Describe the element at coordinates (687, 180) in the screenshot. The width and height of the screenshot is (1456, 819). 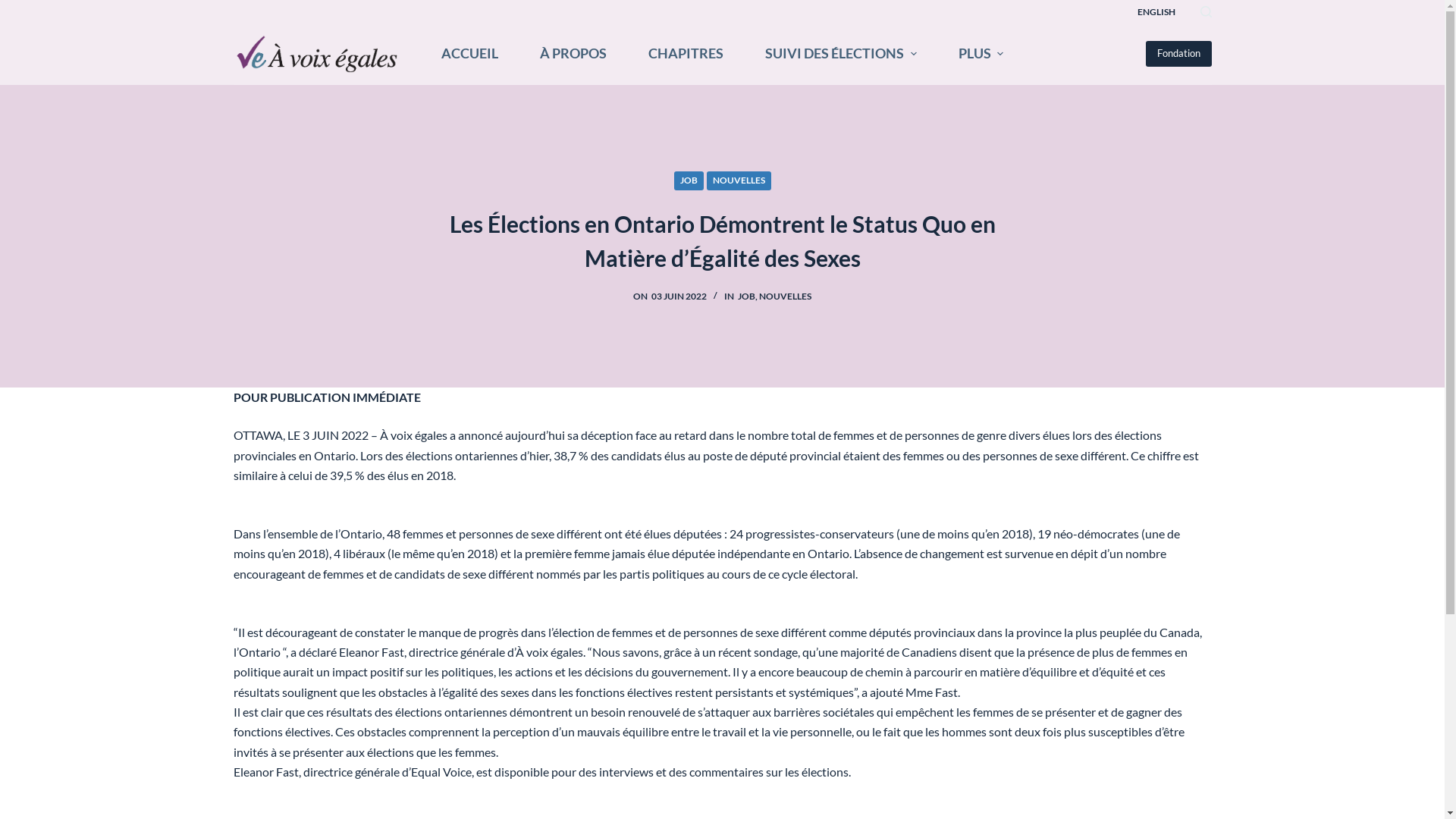
I see `'JOB'` at that location.